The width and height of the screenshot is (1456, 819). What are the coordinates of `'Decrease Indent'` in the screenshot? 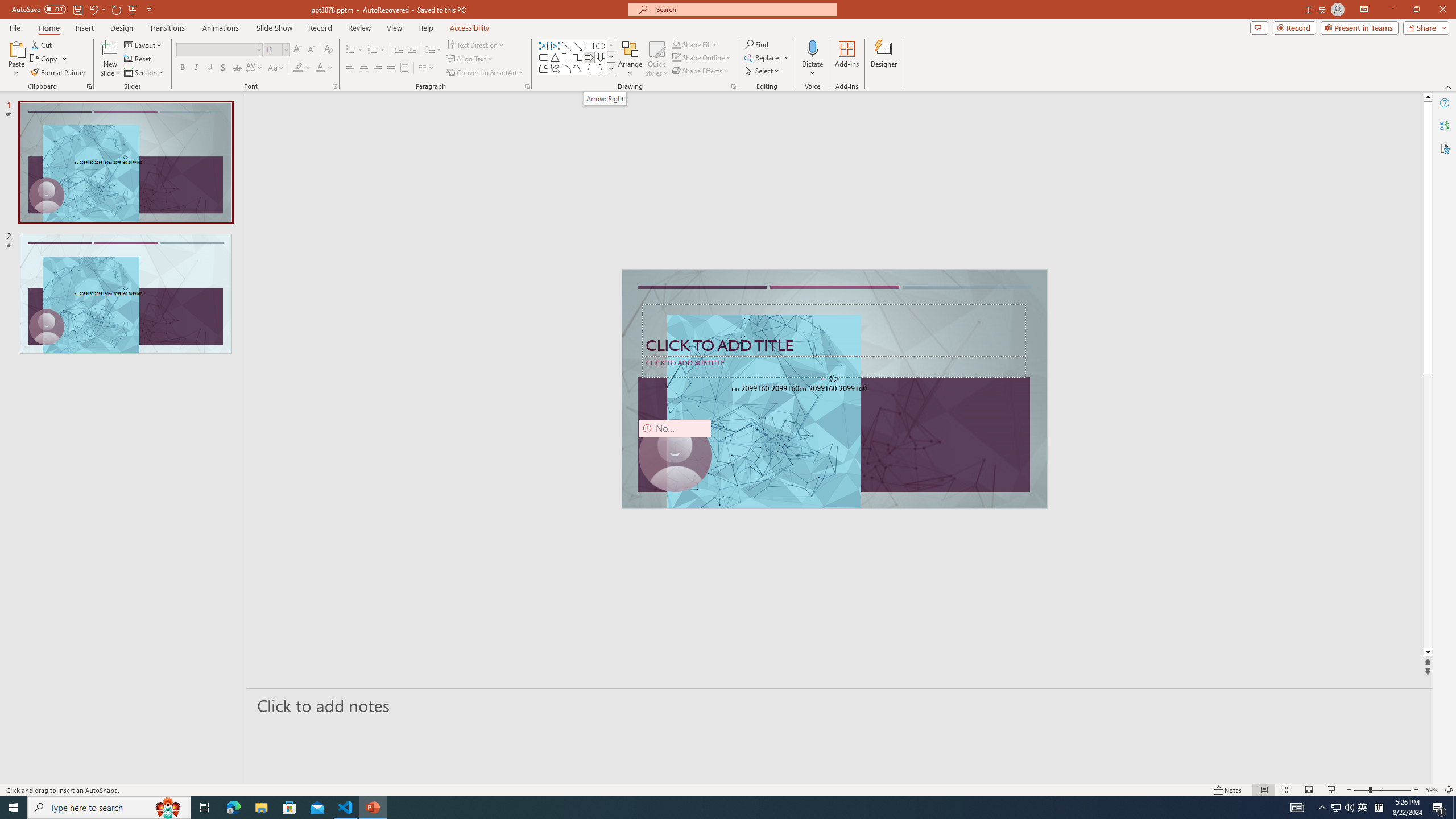 It's located at (399, 49).